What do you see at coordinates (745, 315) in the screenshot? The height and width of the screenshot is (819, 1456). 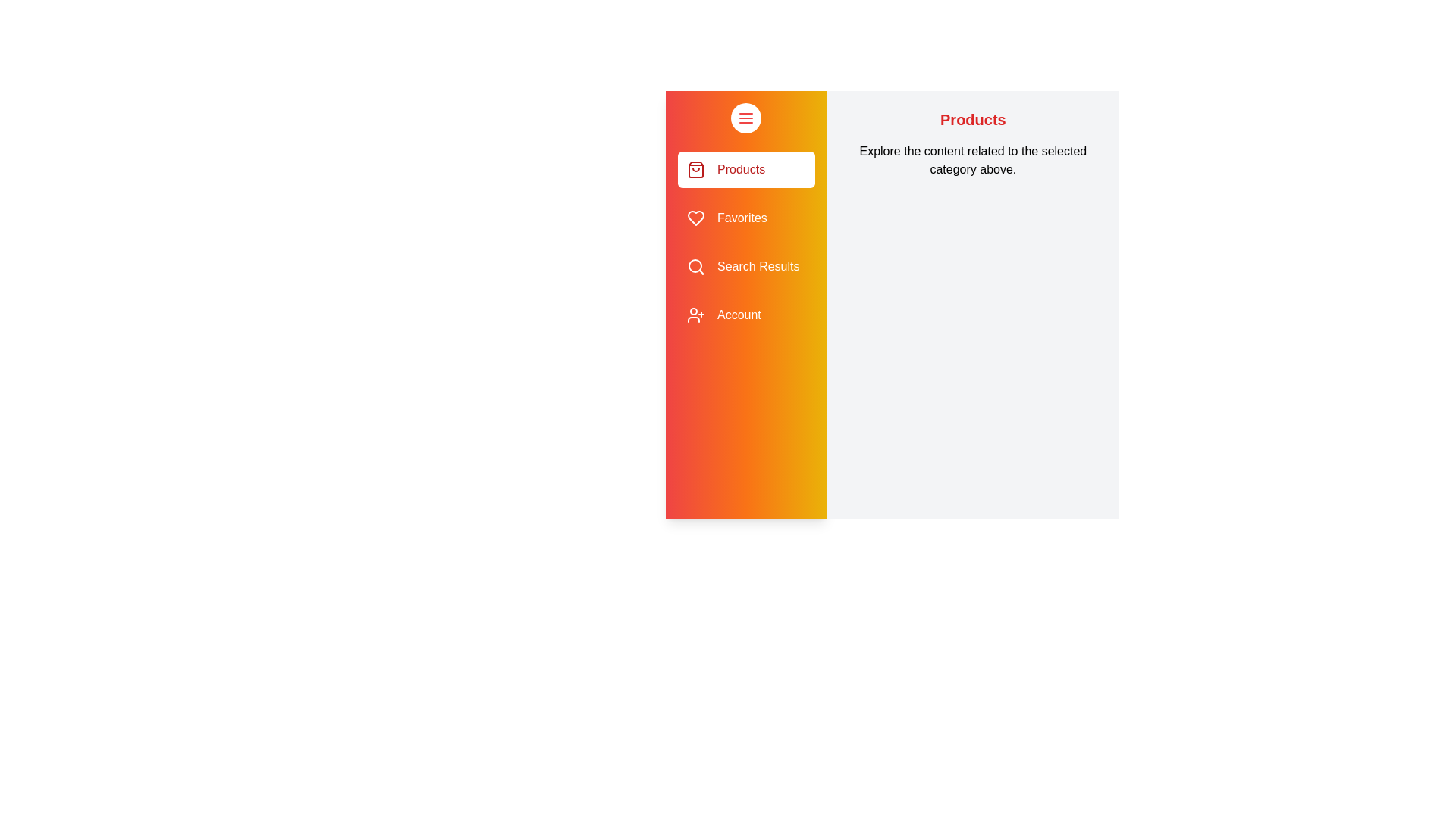 I see `the category Account from the sidebar` at bounding box center [745, 315].